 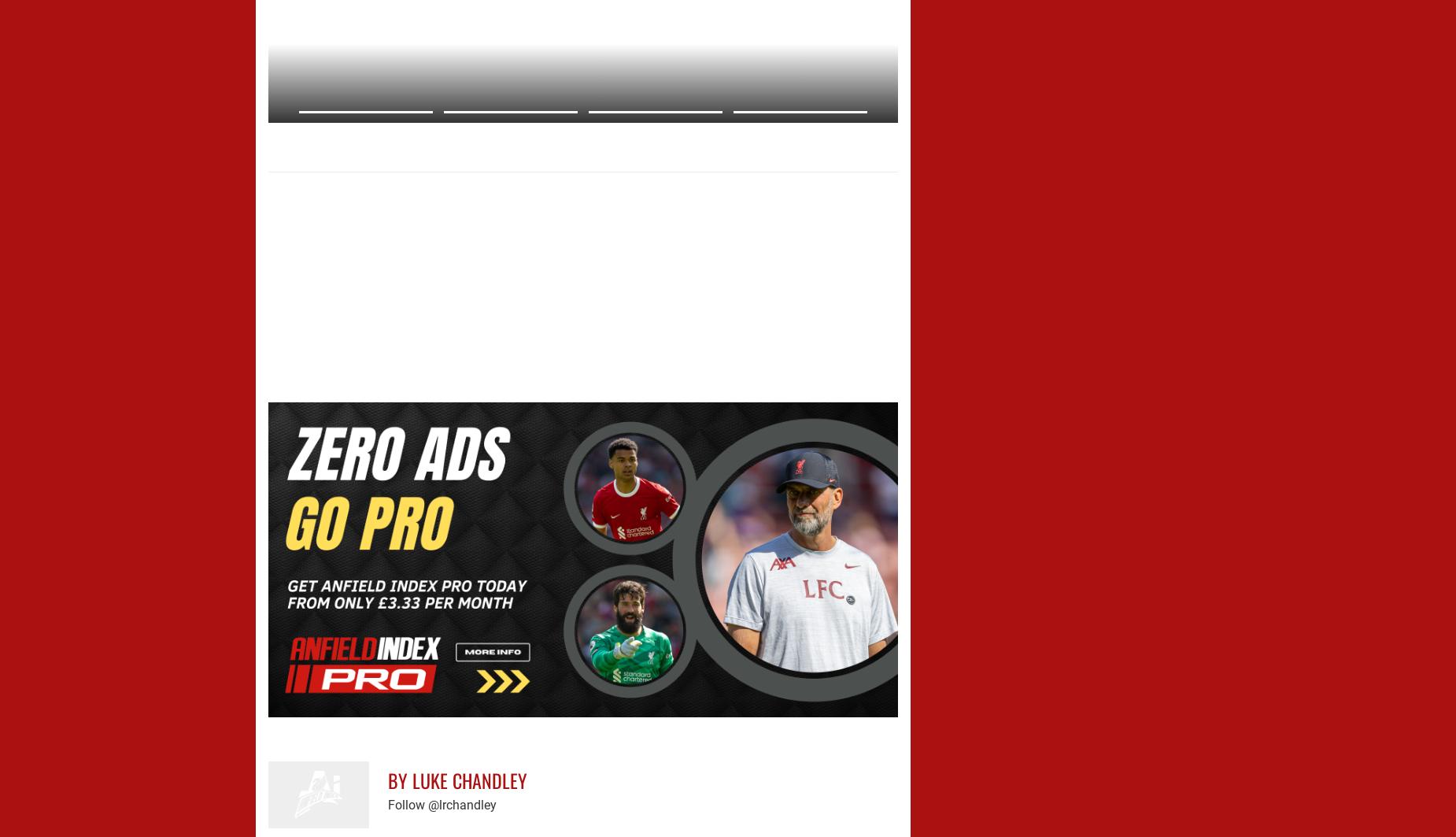 I want to click on 'Sponsored', so click(x=349, y=157).